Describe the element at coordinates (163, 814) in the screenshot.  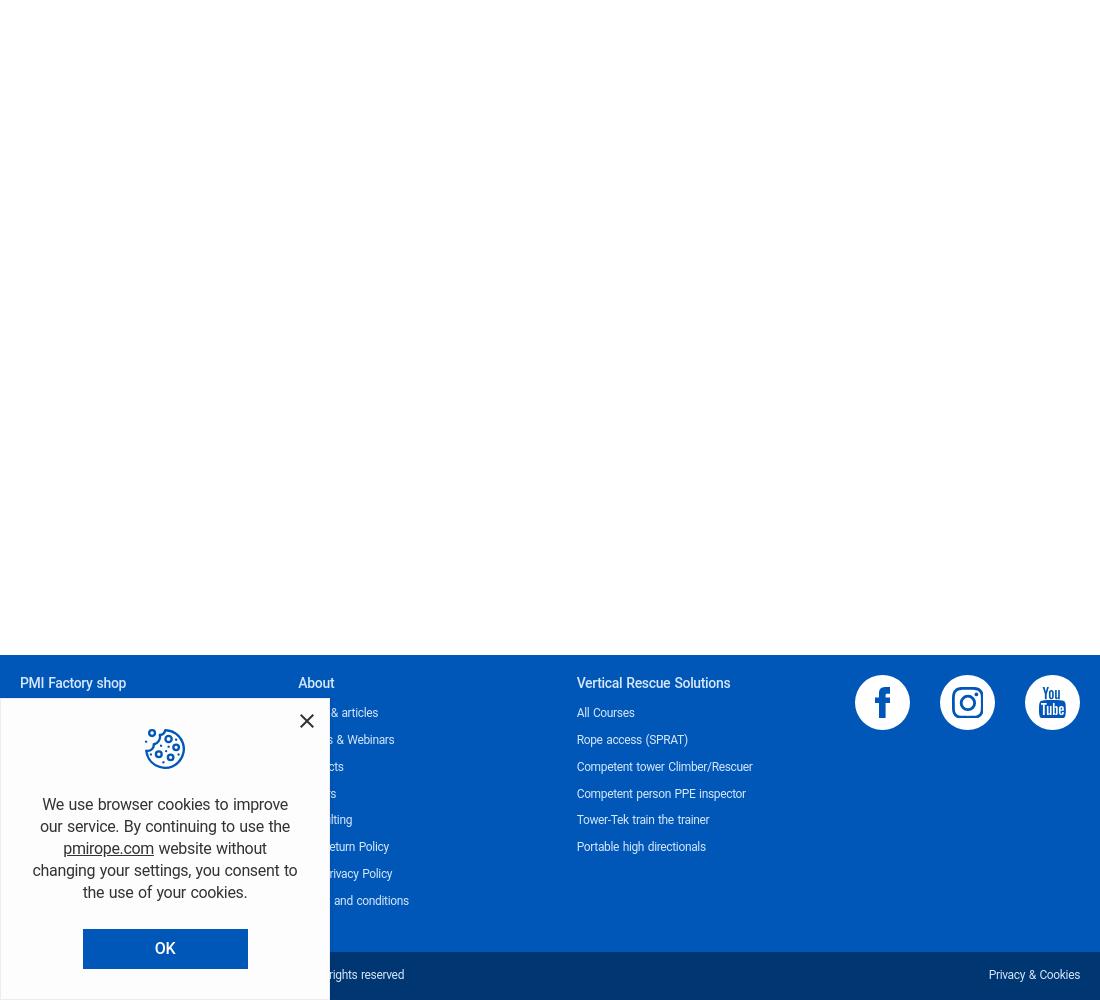
I see `'We use browser cookies to improve our service. By continuing to use the'` at that location.